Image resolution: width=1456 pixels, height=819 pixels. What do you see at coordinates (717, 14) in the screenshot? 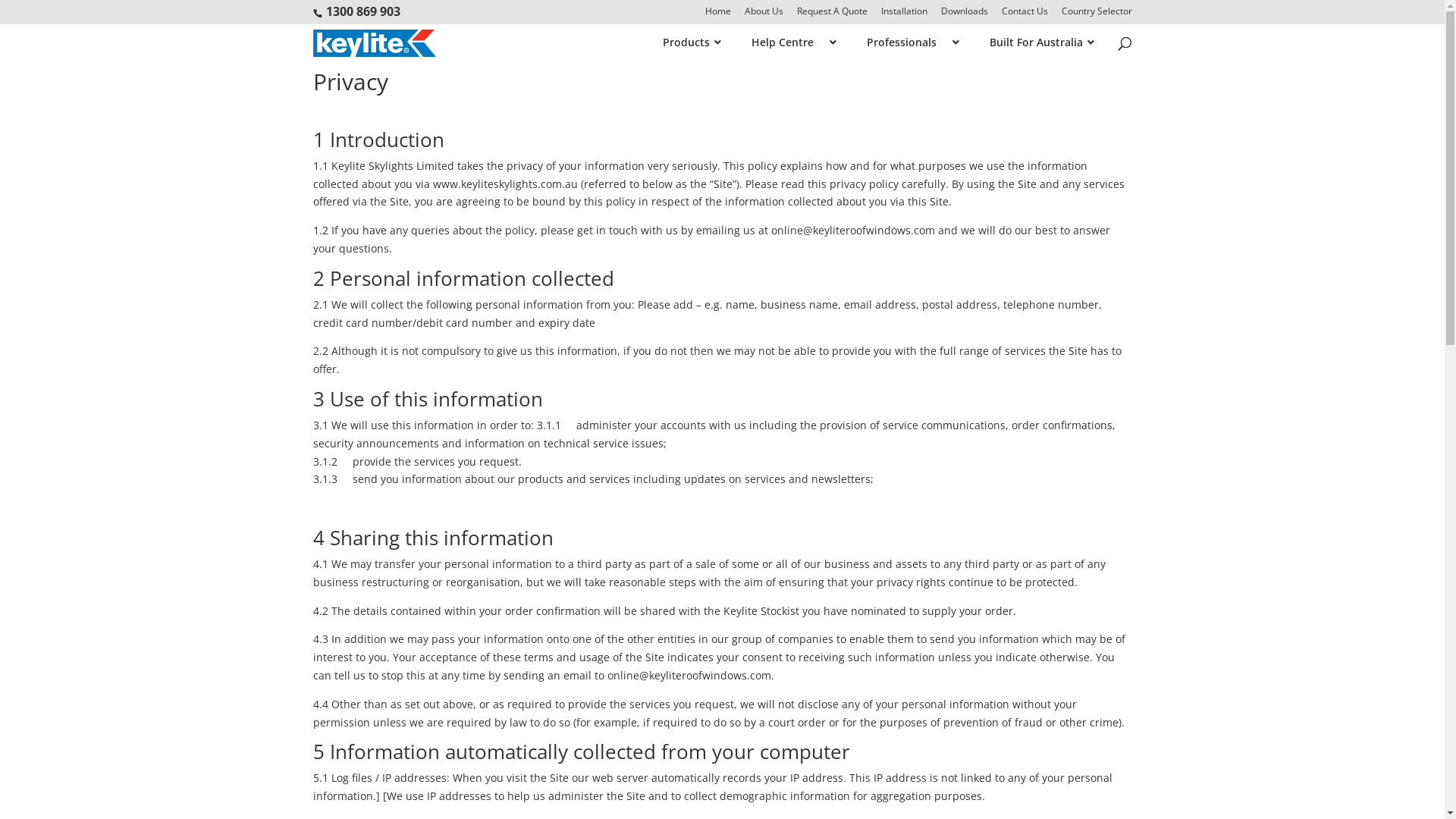
I see `'Home'` at bounding box center [717, 14].